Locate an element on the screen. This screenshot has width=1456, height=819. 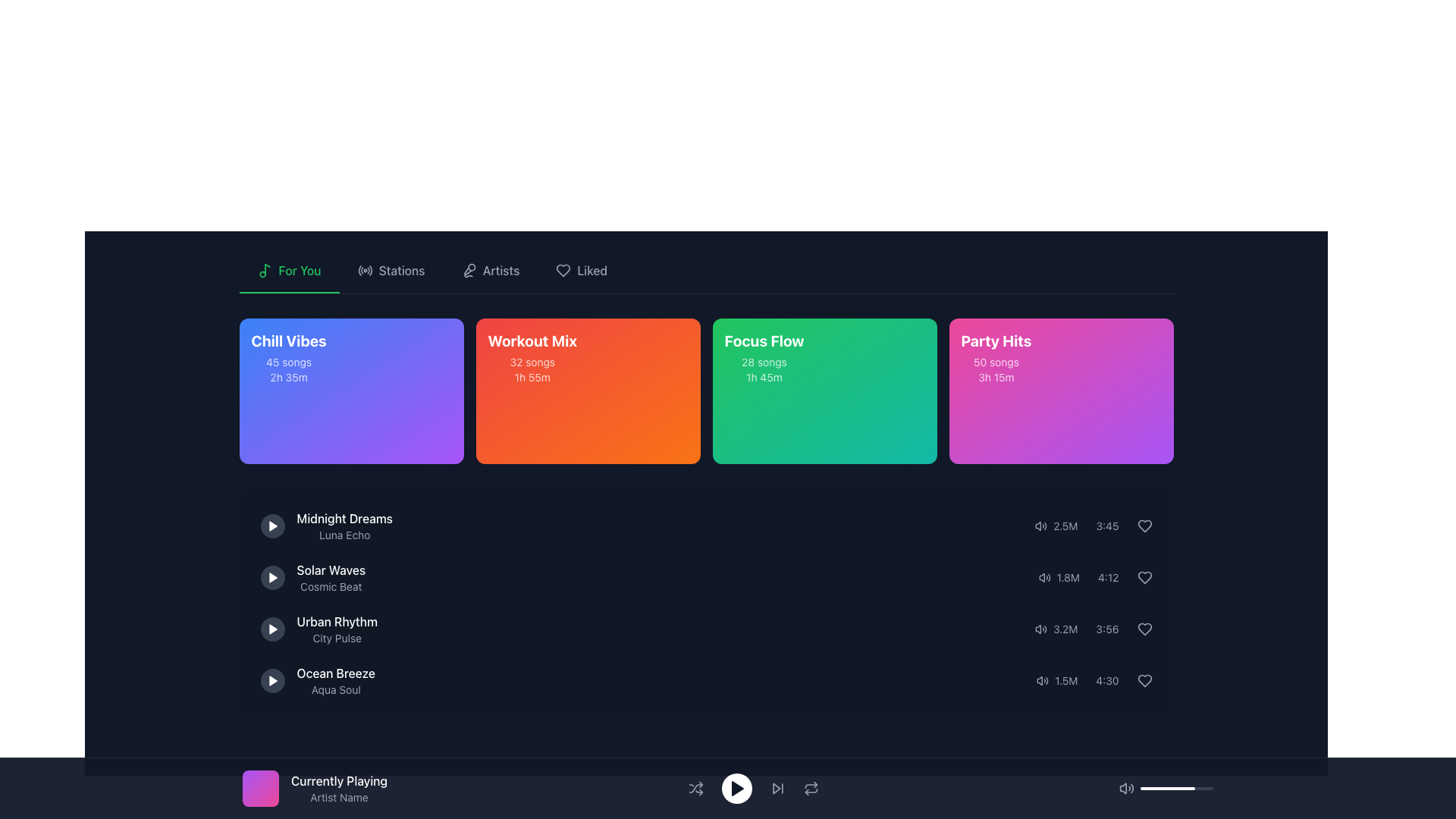
the text label displaying '2h 35m', which is located below '45 songs' in the 'Chill Vibes' card is located at coordinates (289, 376).